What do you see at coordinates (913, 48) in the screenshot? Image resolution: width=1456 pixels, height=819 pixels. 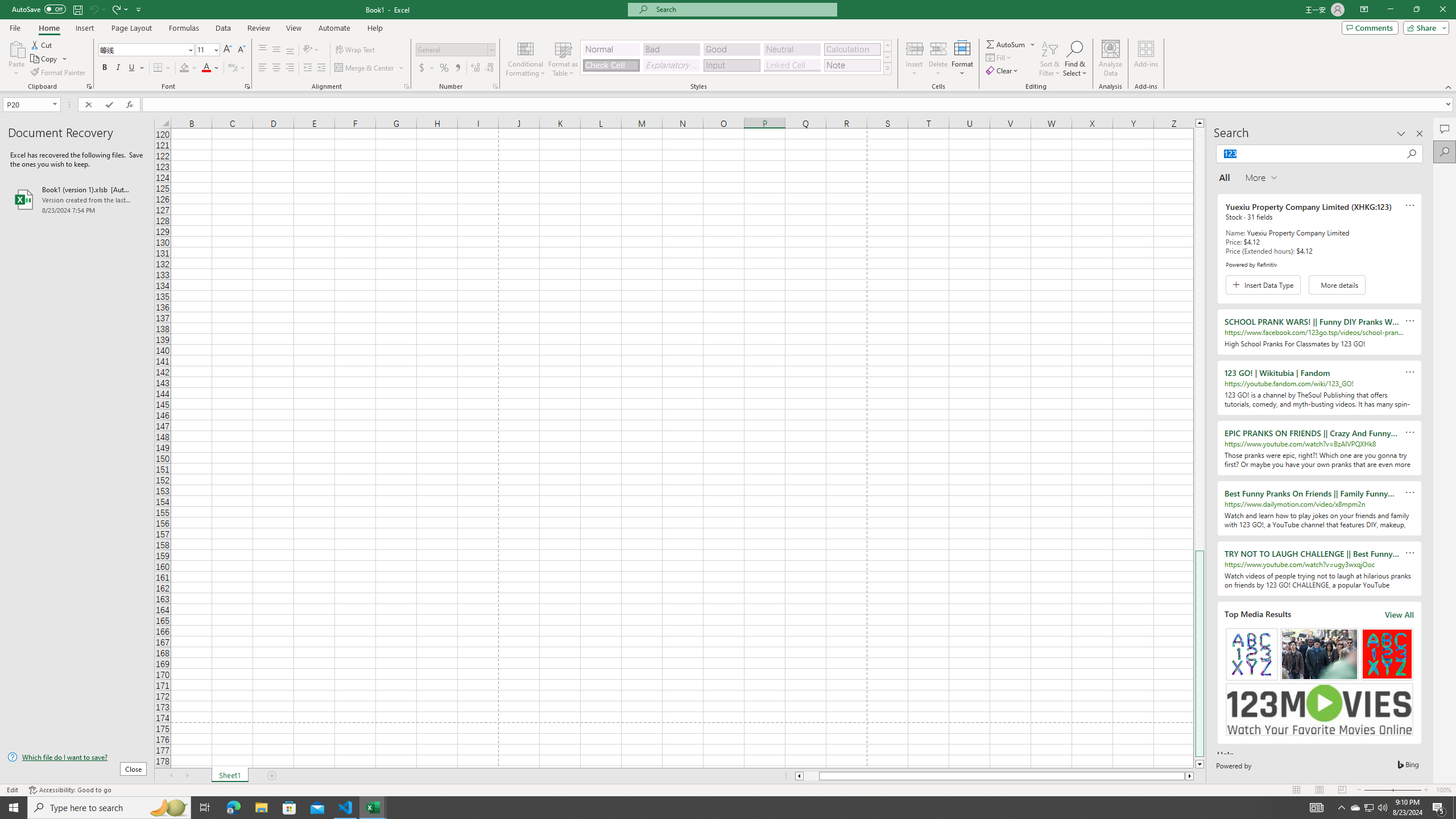 I see `'Insert Cells'` at bounding box center [913, 48].